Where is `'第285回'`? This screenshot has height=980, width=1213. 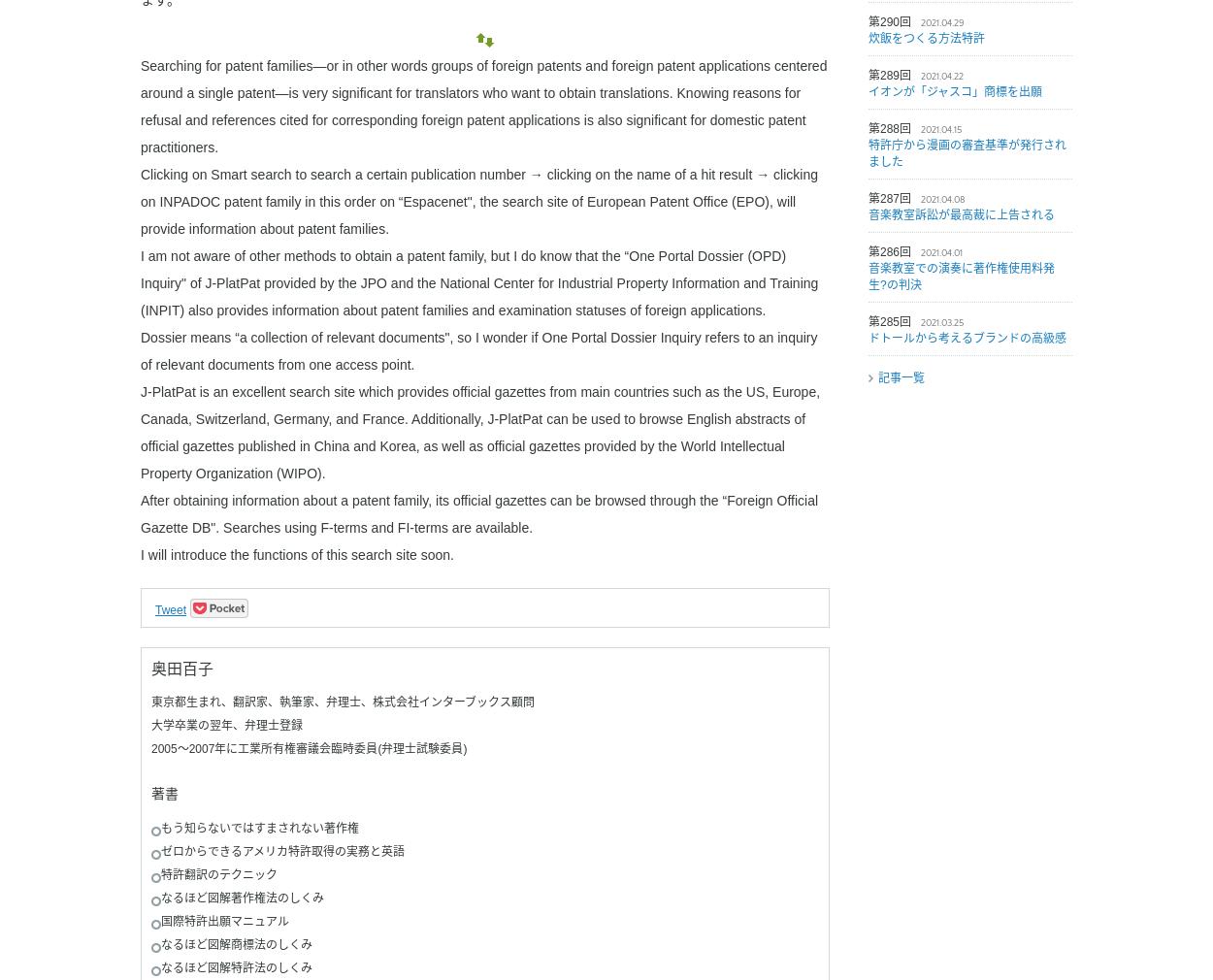 '第285回' is located at coordinates (890, 321).